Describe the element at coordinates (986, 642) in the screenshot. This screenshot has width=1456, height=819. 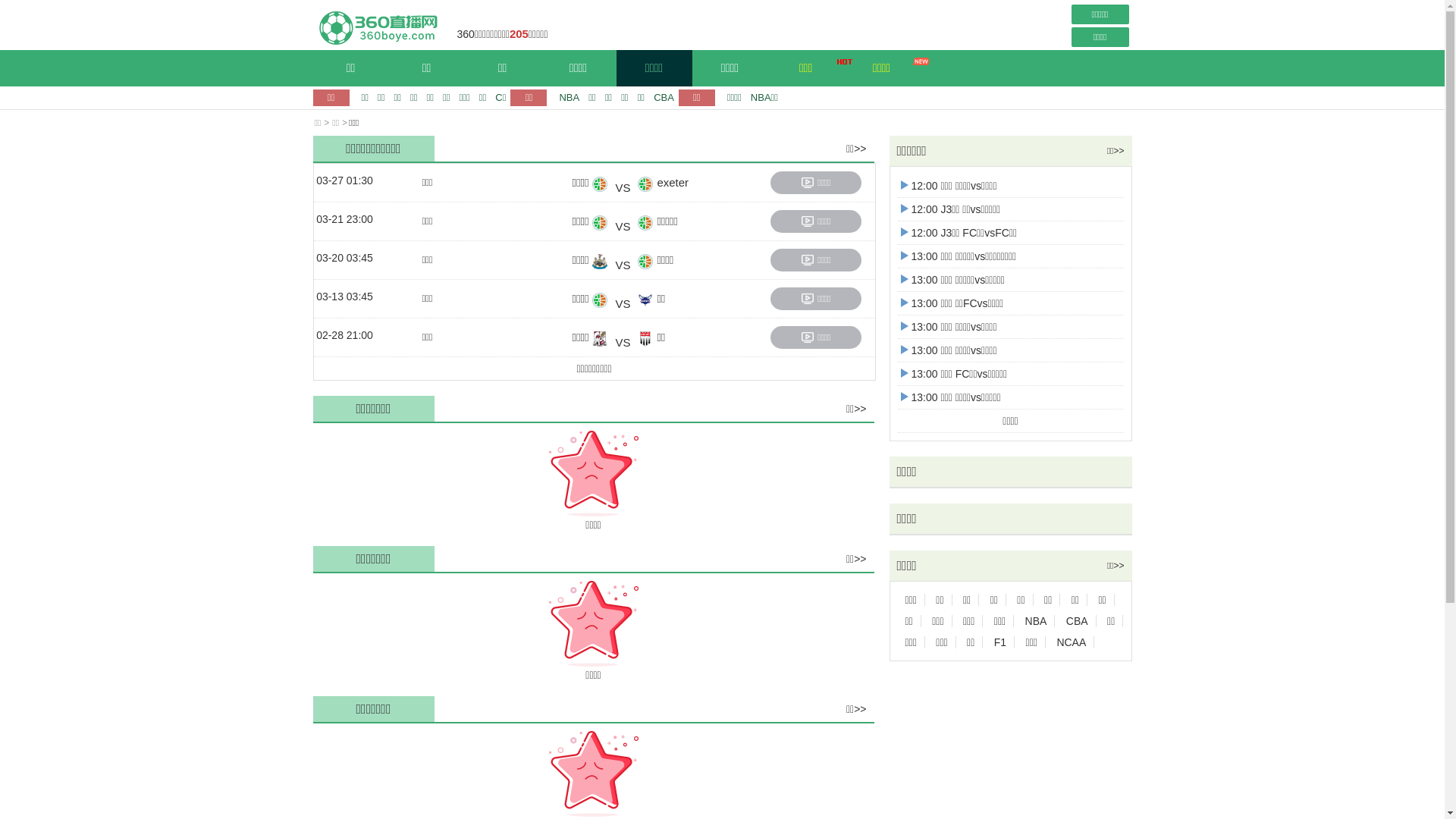
I see `'F1'` at that location.